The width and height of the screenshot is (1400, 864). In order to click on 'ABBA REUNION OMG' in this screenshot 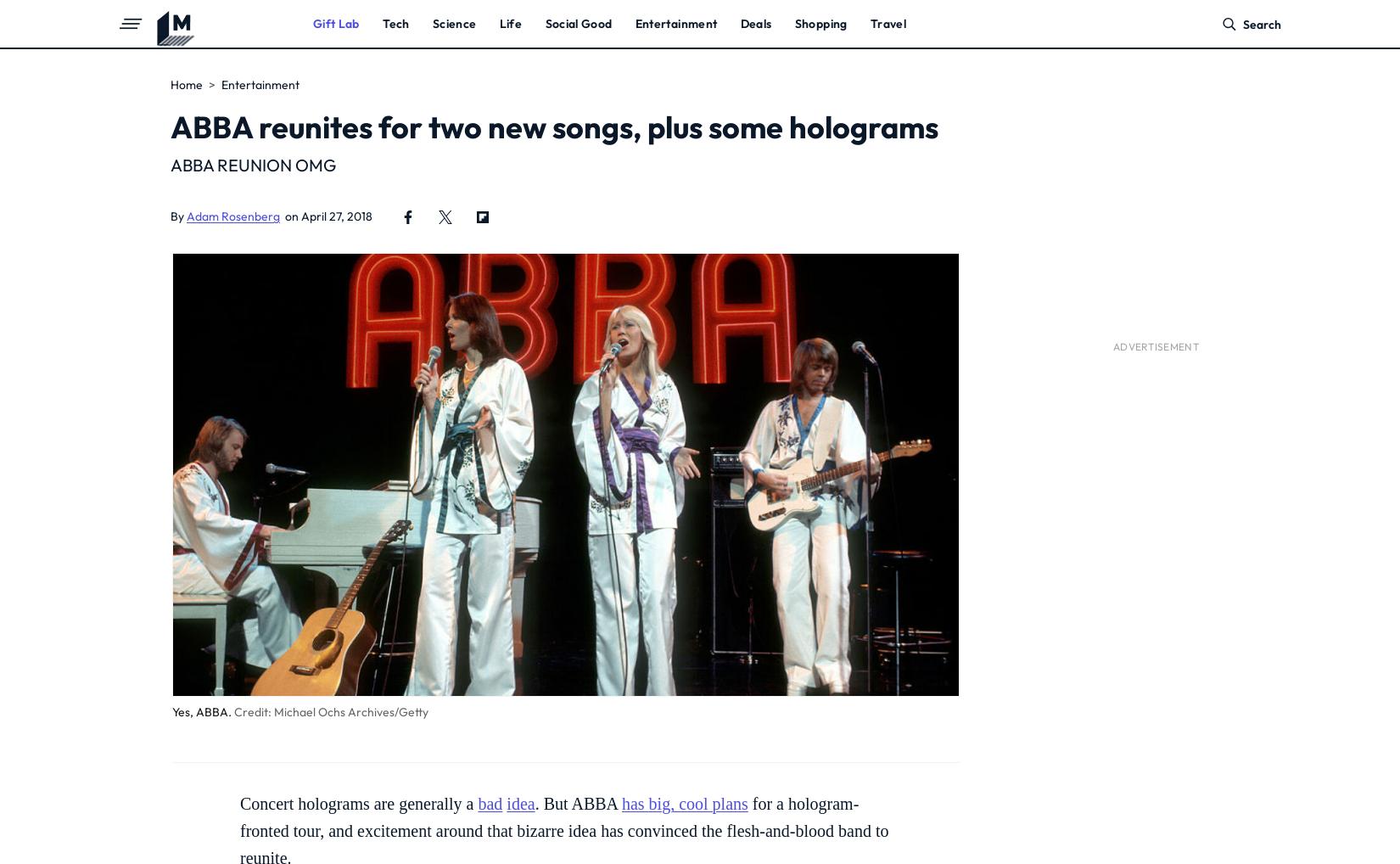, I will do `click(253, 165)`.